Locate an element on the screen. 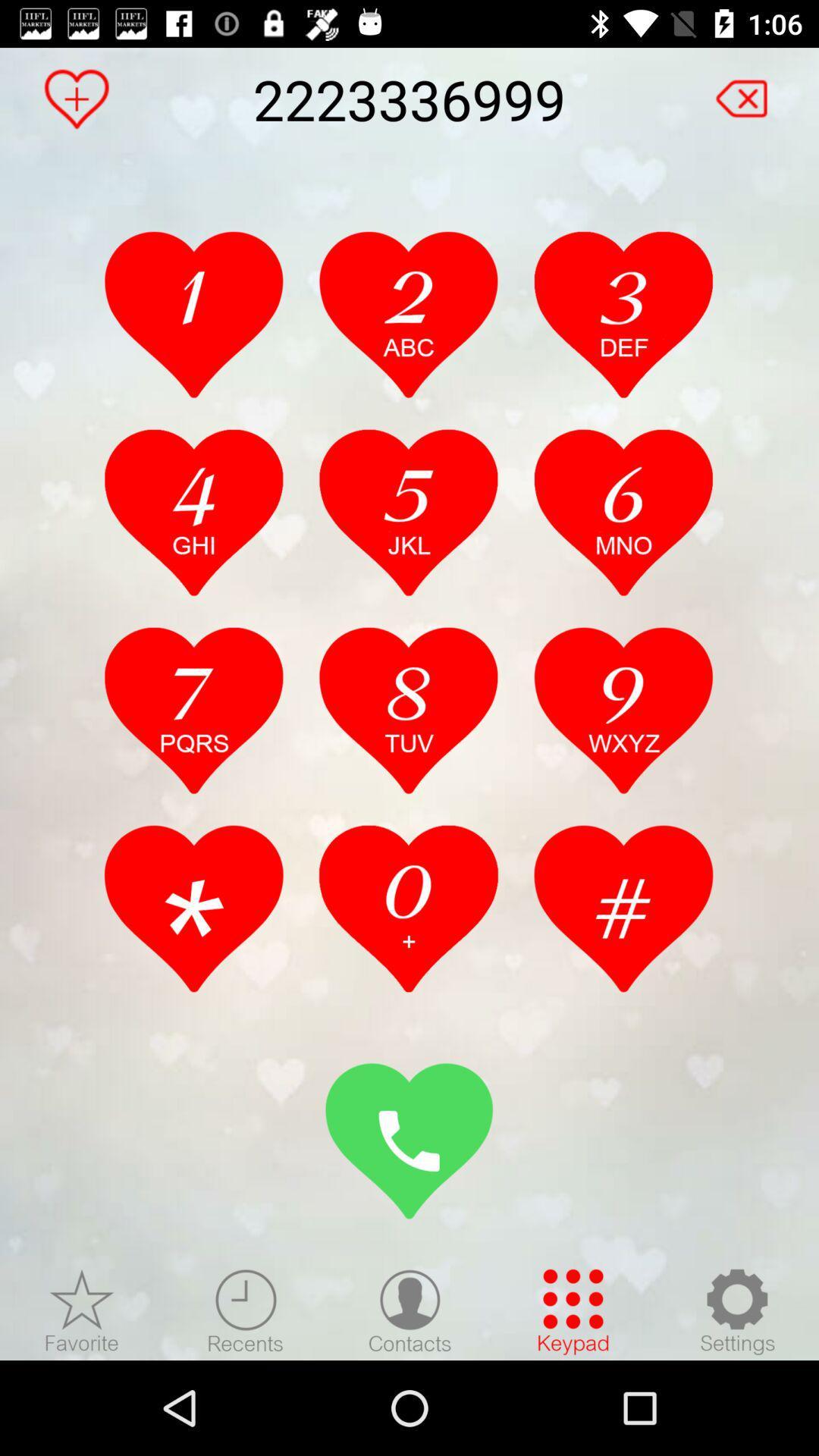  the avatar icon is located at coordinates (409, 1310).